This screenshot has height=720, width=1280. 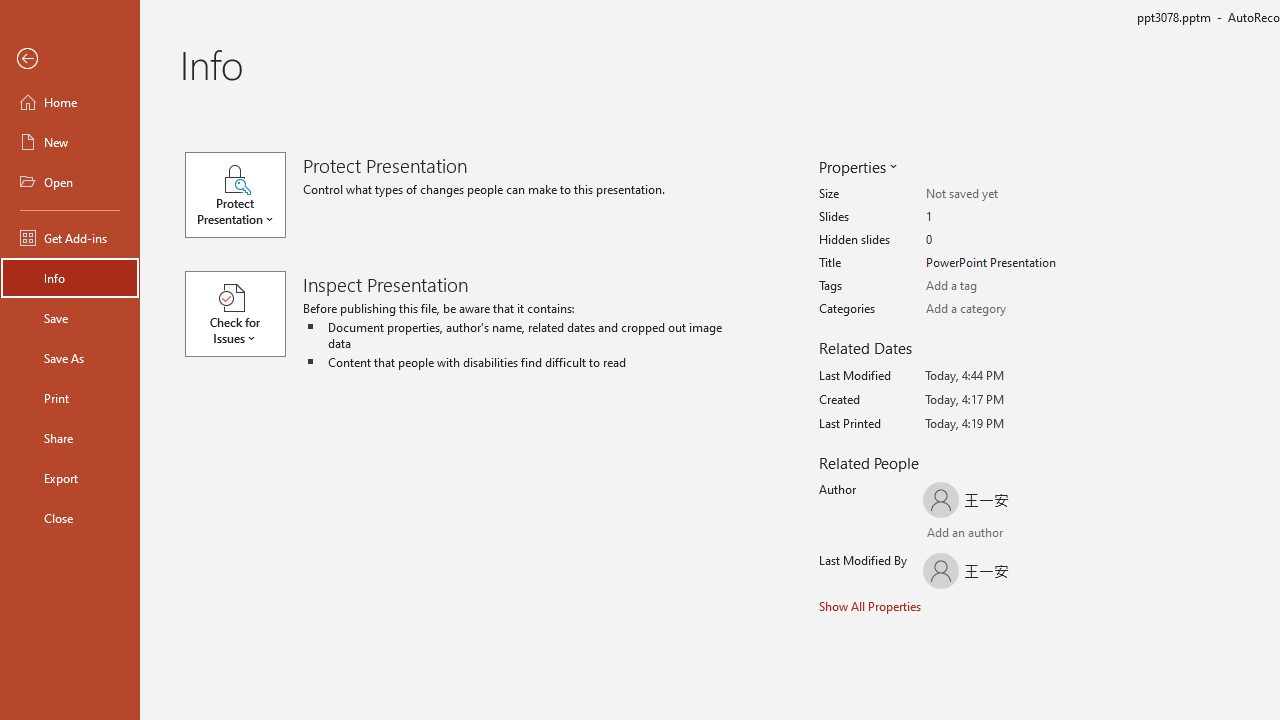 I want to click on 'New', so click(x=69, y=140).